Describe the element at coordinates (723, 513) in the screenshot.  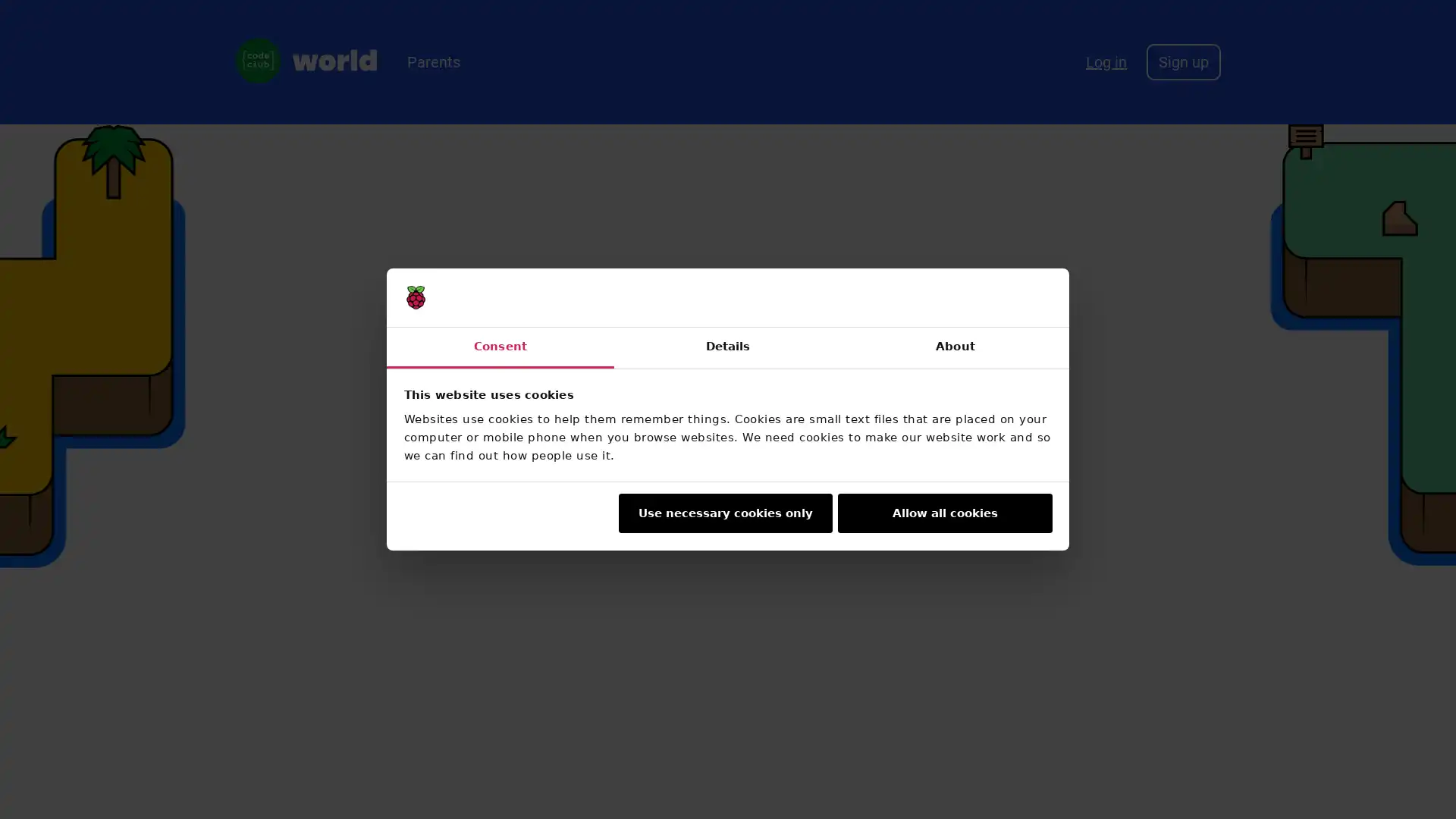
I see `Use necessary cookies only` at that location.